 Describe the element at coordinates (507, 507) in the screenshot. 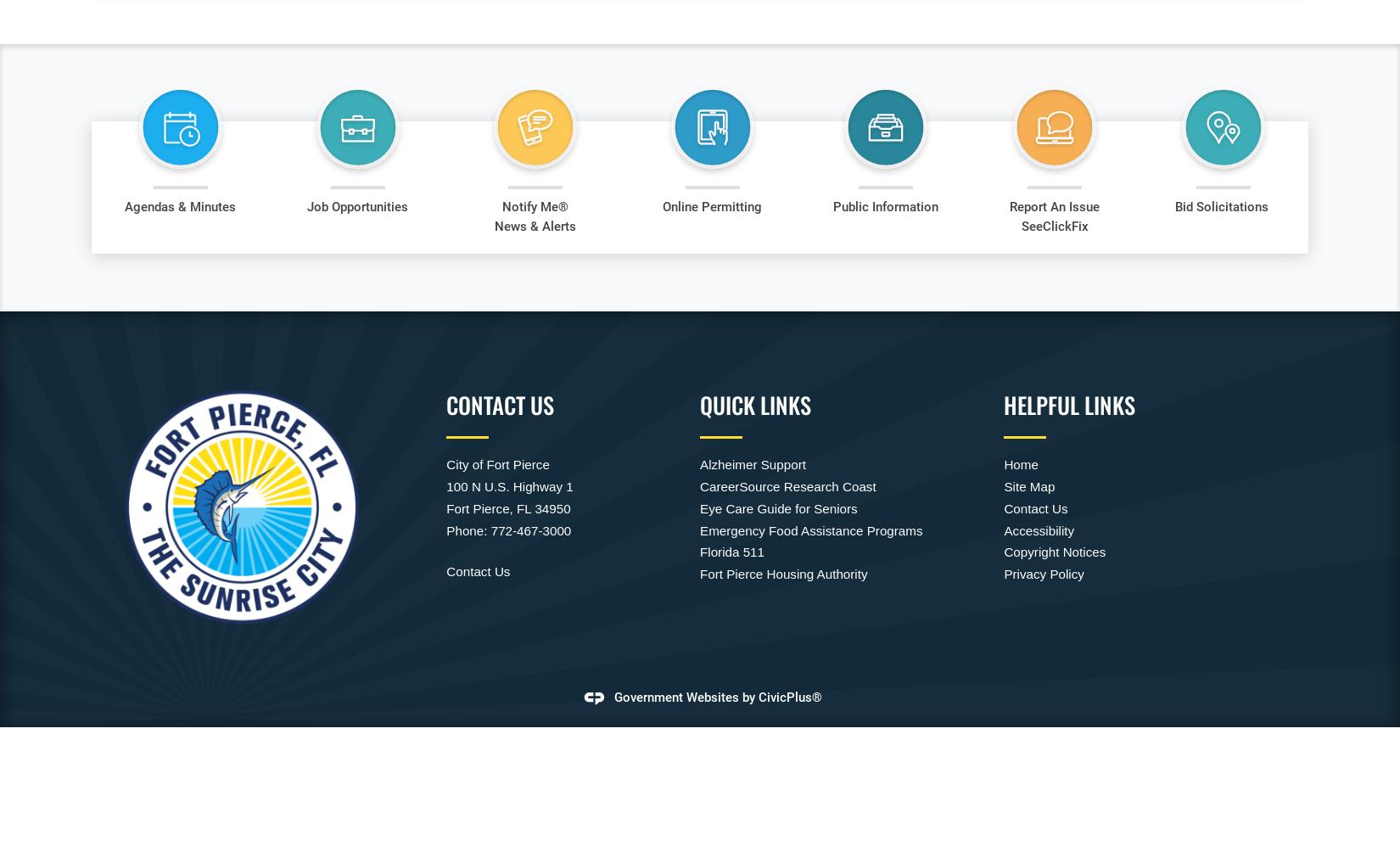

I see `'Fort Pierce, FL 34950'` at that location.